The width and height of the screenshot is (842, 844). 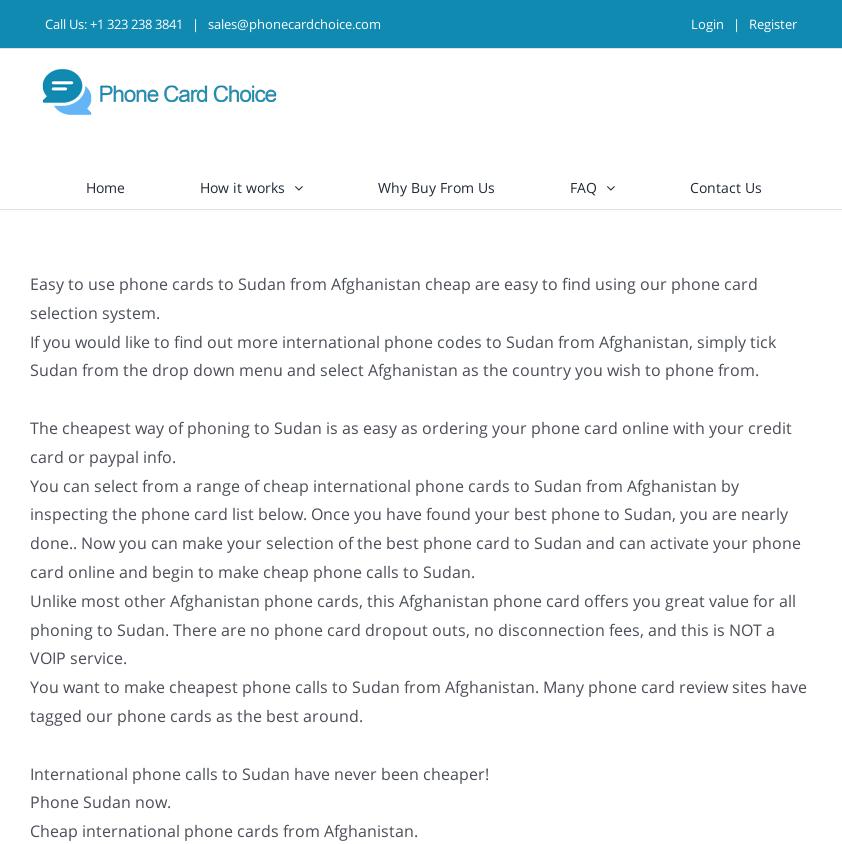 I want to click on 'How To Buy', so click(x=602, y=235).